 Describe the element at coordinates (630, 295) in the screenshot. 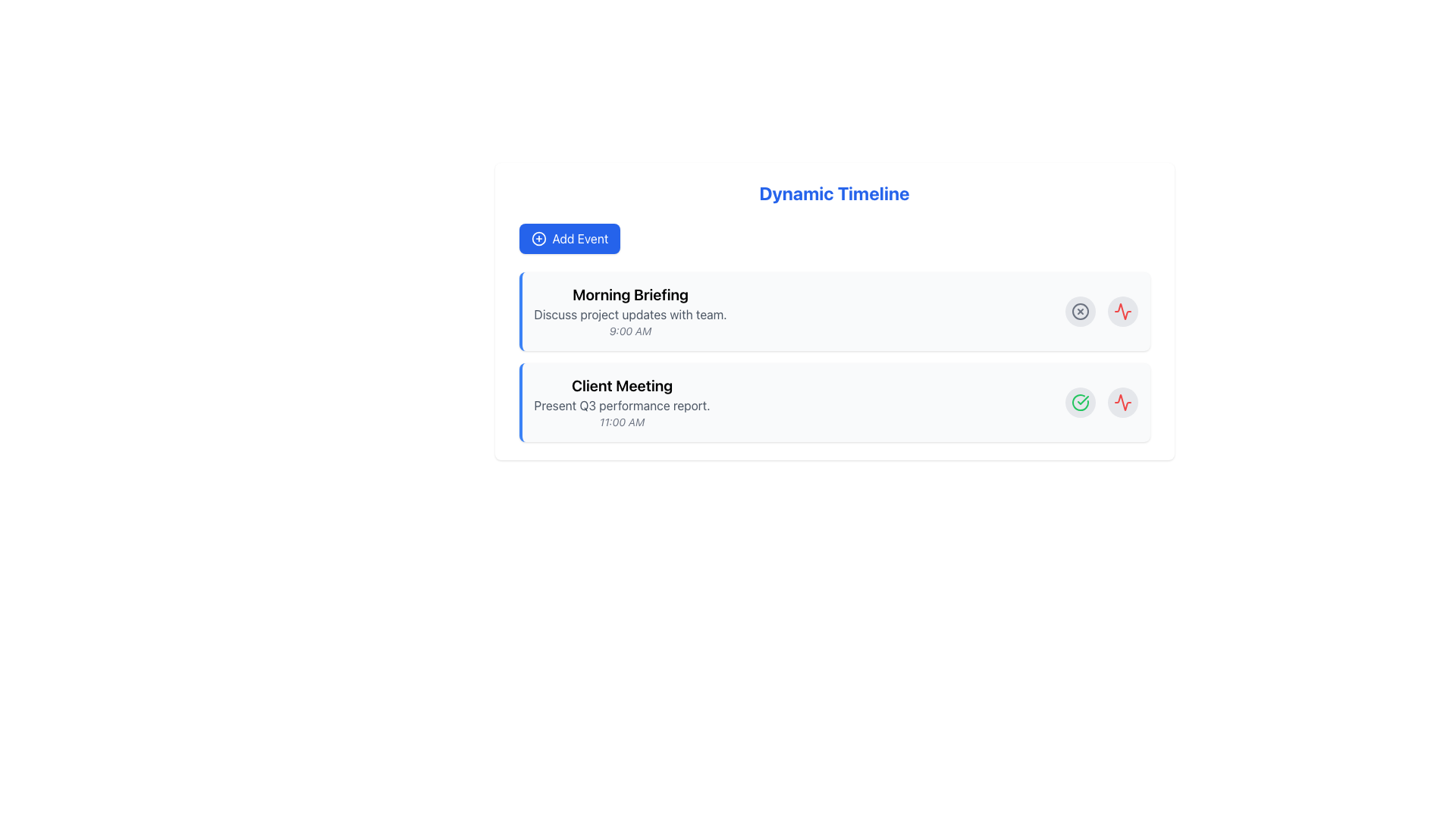

I see `the text label that serves as the title of an agenda item, positioned at the top of a rectangular card containing related information` at that location.